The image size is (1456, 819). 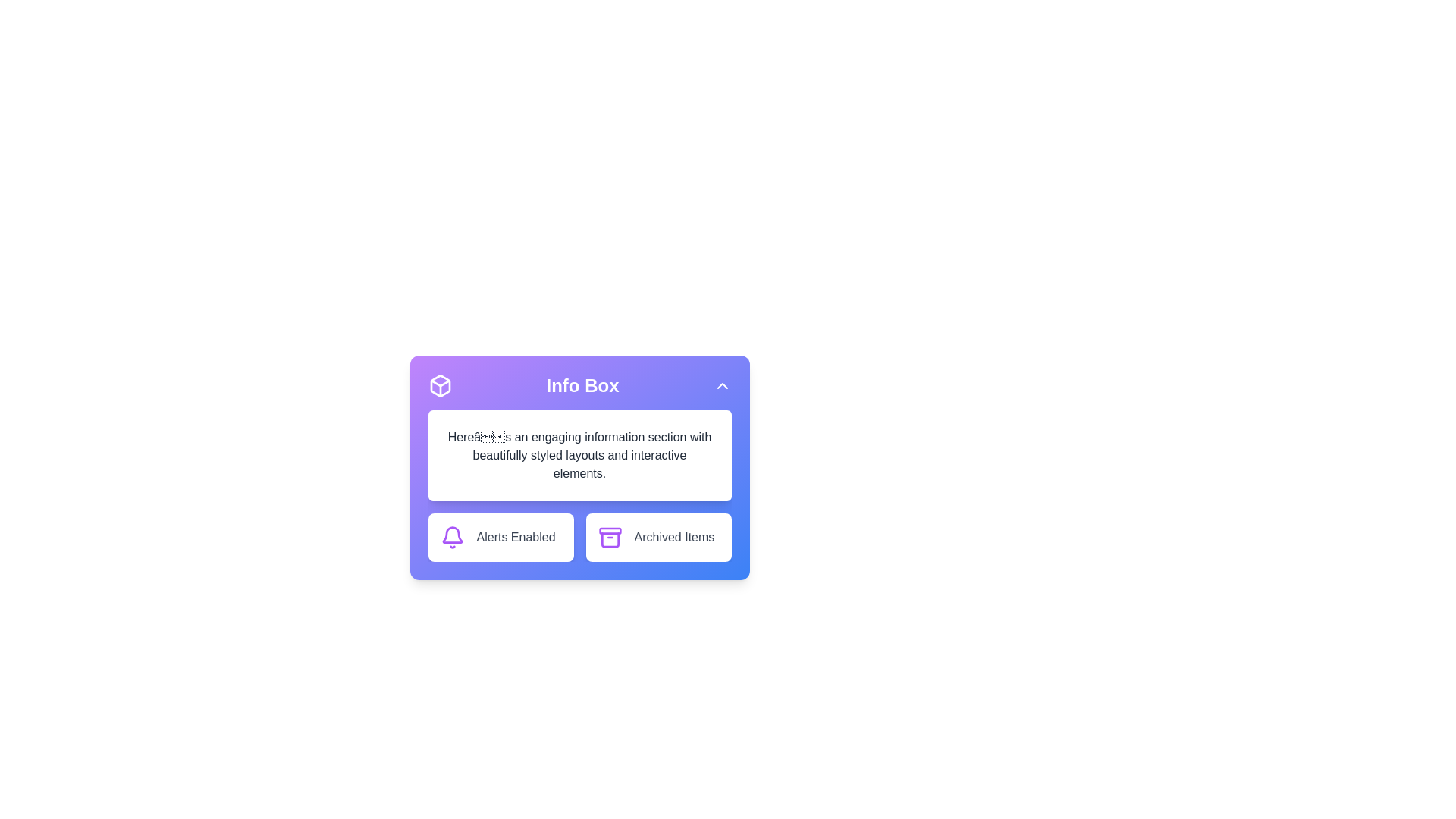 I want to click on on the chevron arrow button located at the top-right corner of the 'Info Box' section, so click(x=721, y=385).